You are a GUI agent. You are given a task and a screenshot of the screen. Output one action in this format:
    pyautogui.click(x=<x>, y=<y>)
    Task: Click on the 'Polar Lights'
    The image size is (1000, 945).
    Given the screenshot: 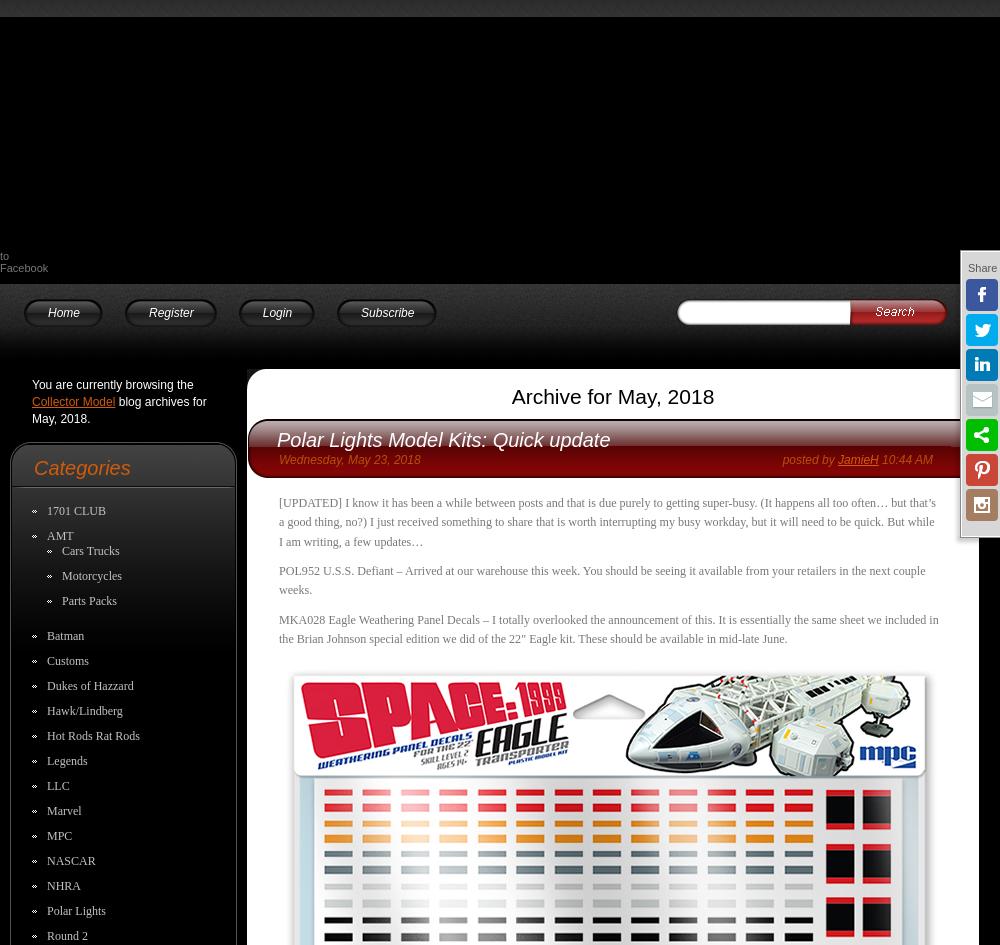 What is the action you would take?
    pyautogui.click(x=75, y=909)
    